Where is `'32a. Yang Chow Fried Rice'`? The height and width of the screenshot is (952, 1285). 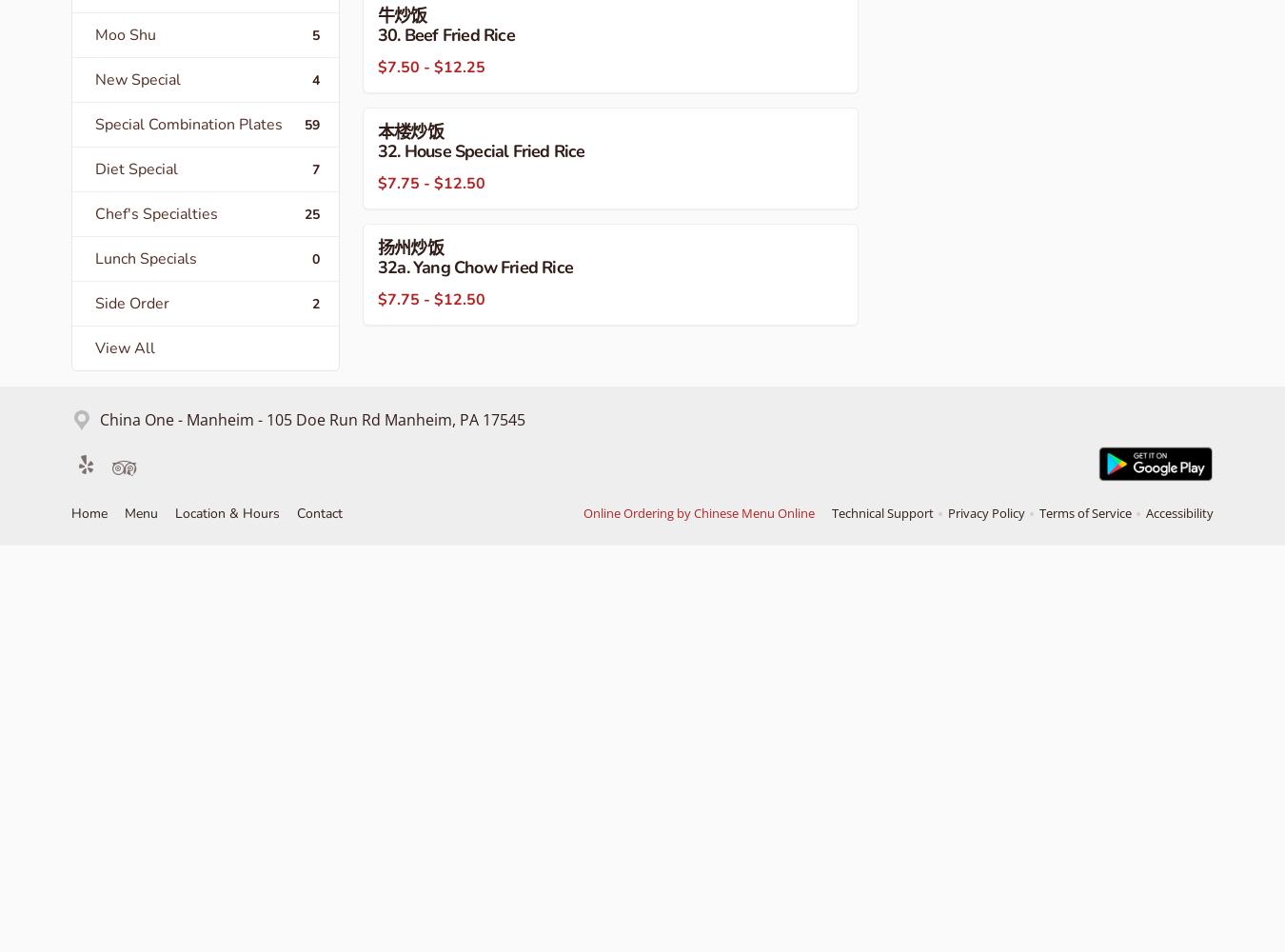
'32a. Yang Chow Fried Rice' is located at coordinates (474, 268).